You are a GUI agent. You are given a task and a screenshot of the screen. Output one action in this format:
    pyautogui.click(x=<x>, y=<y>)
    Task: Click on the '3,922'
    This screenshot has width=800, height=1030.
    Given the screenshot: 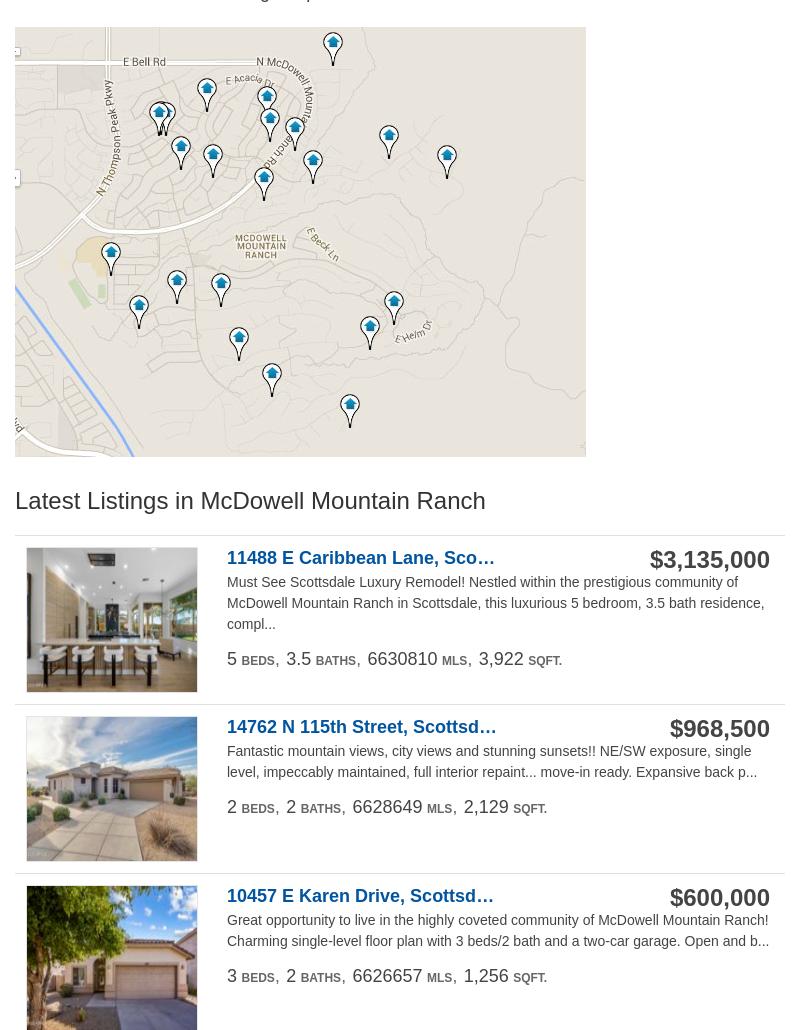 What is the action you would take?
    pyautogui.click(x=500, y=656)
    